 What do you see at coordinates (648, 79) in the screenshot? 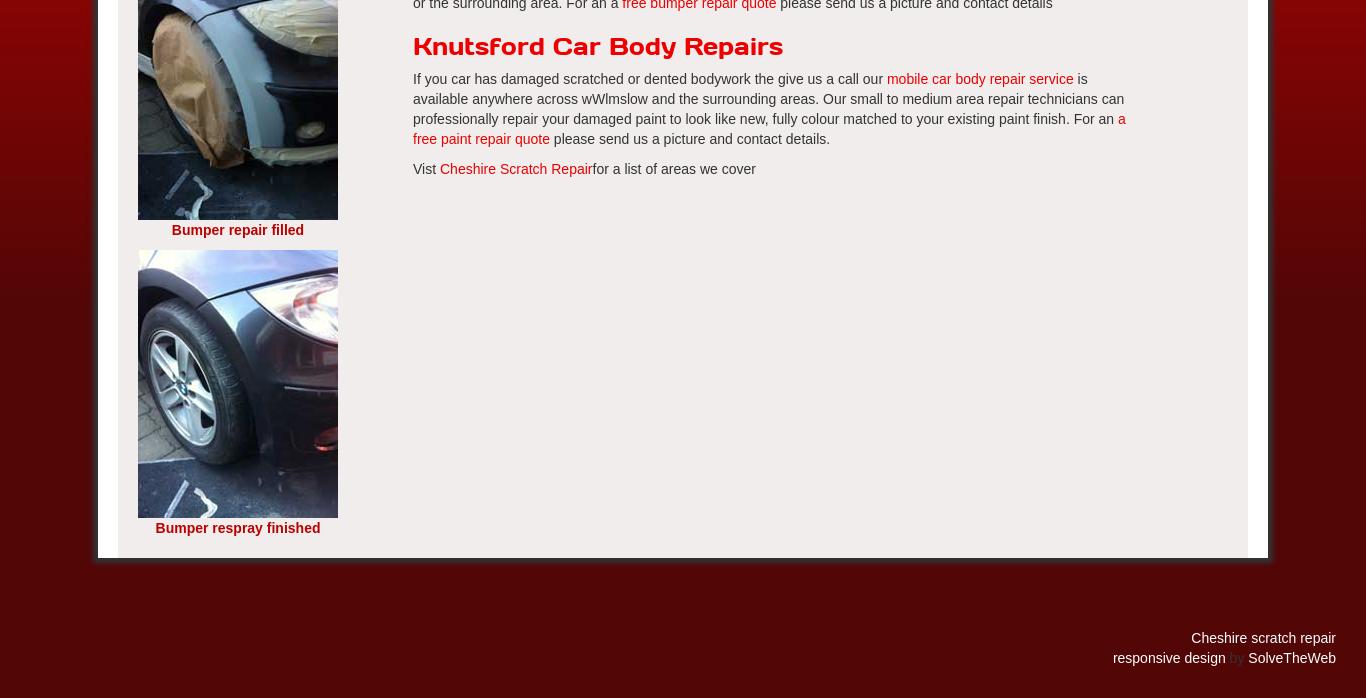
I see `'If you car has damaged scratched or dented bodywork  the give us a call  our'` at bounding box center [648, 79].